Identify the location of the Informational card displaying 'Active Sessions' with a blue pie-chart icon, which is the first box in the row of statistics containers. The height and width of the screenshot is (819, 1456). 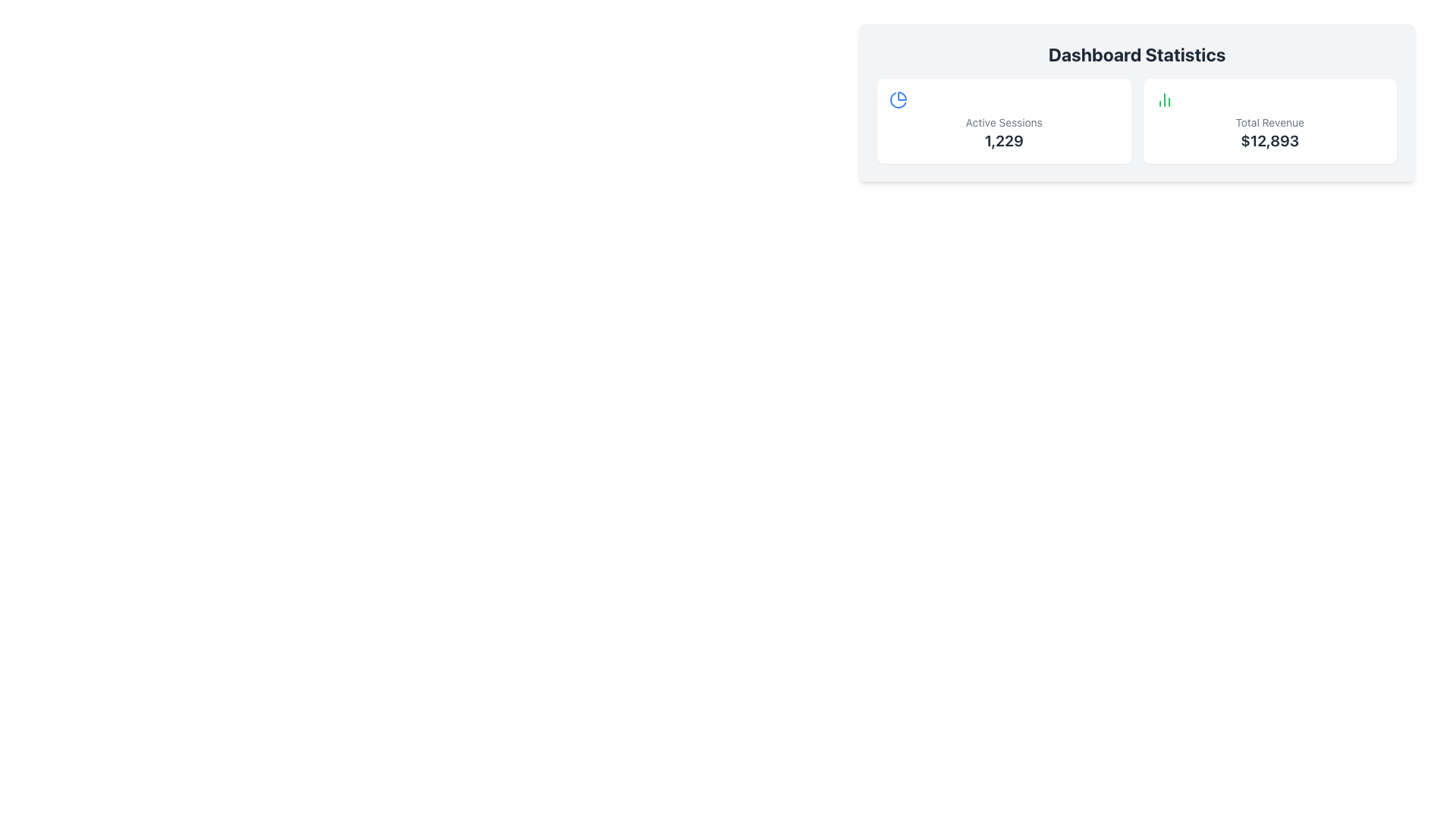
(1004, 120).